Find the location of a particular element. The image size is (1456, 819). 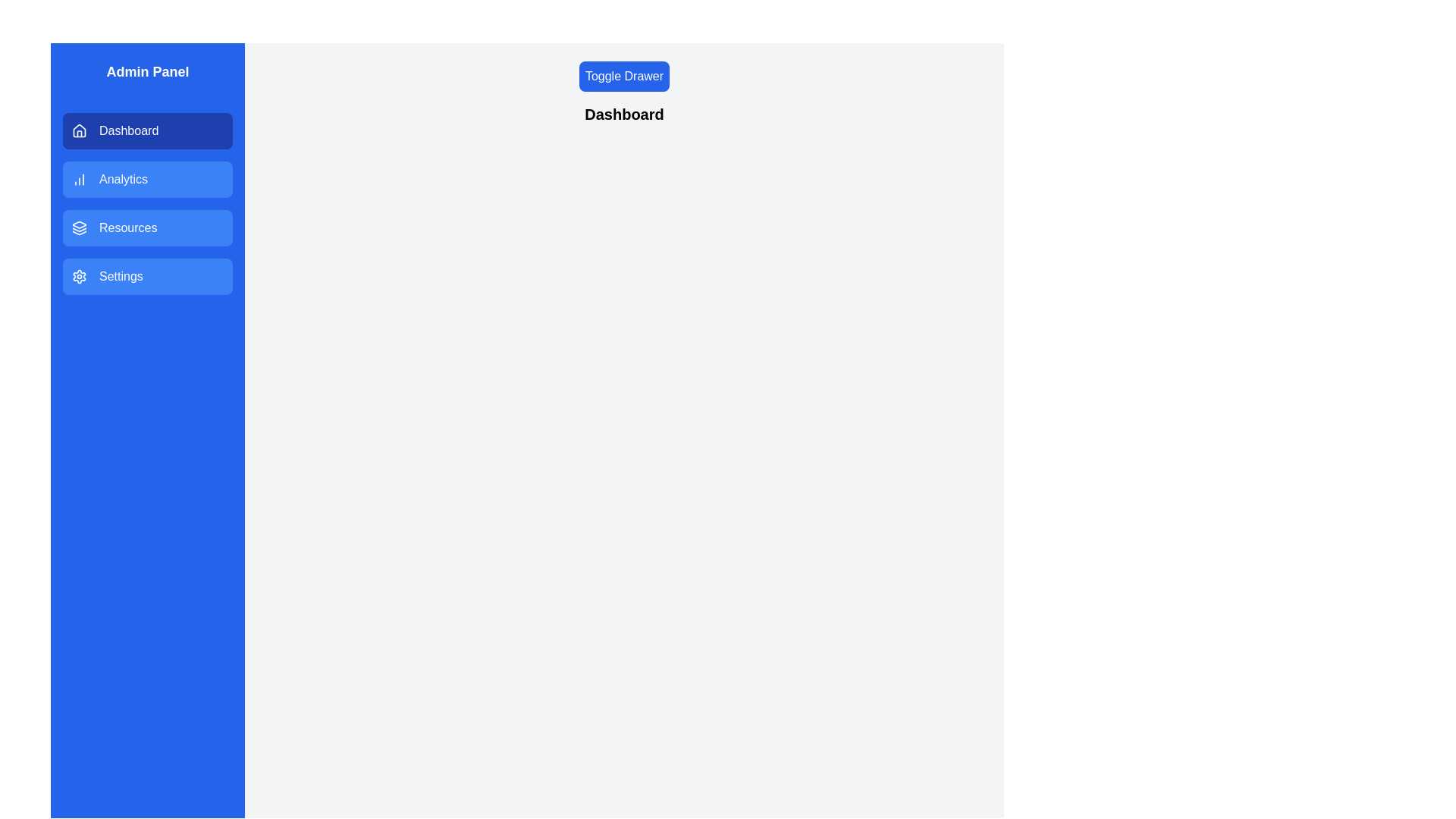

the menu section Resources by clicking on its button is located at coordinates (148, 227).